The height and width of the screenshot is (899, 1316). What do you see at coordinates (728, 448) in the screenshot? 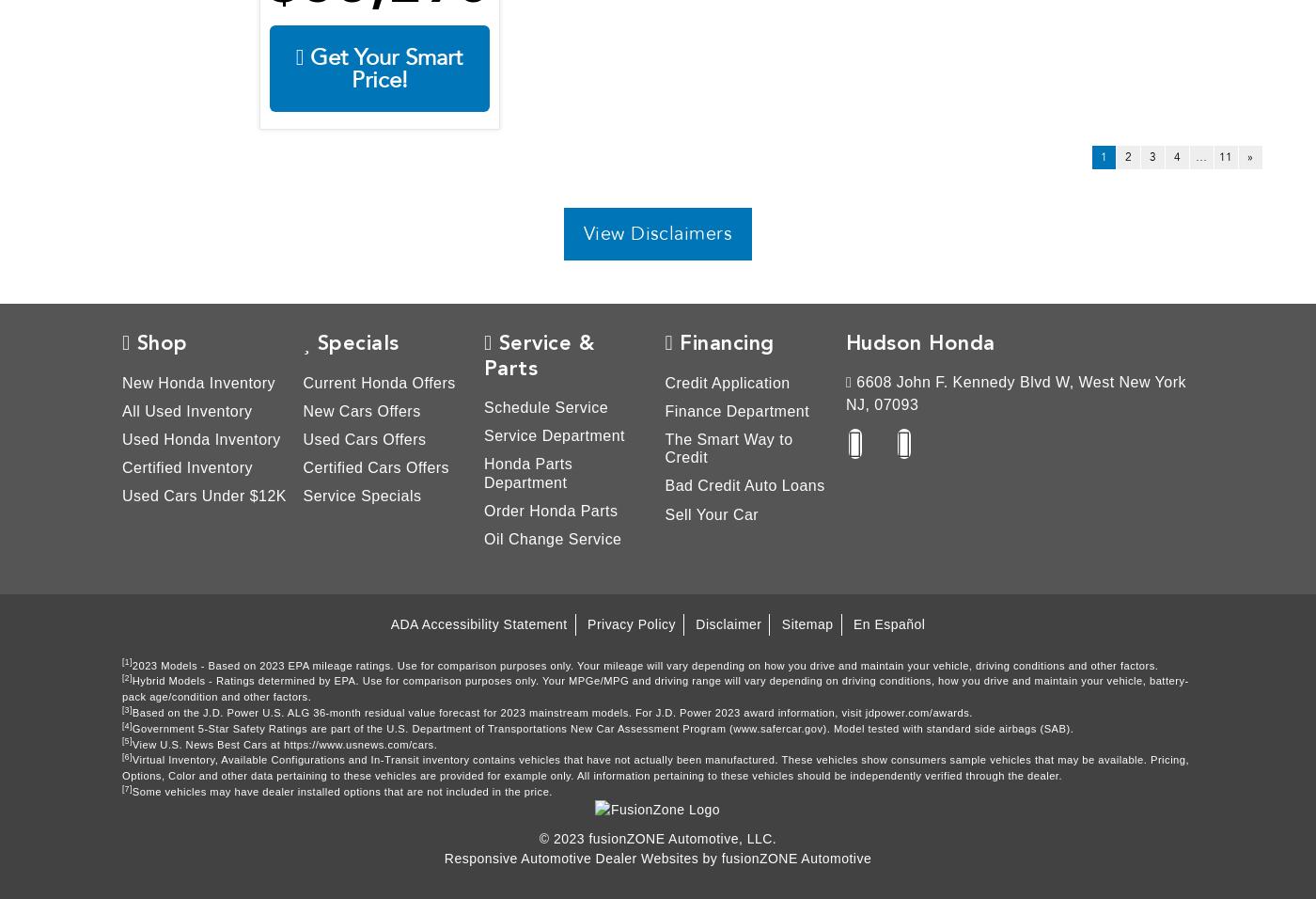
I see `'The Smart Way to Credit'` at bounding box center [728, 448].